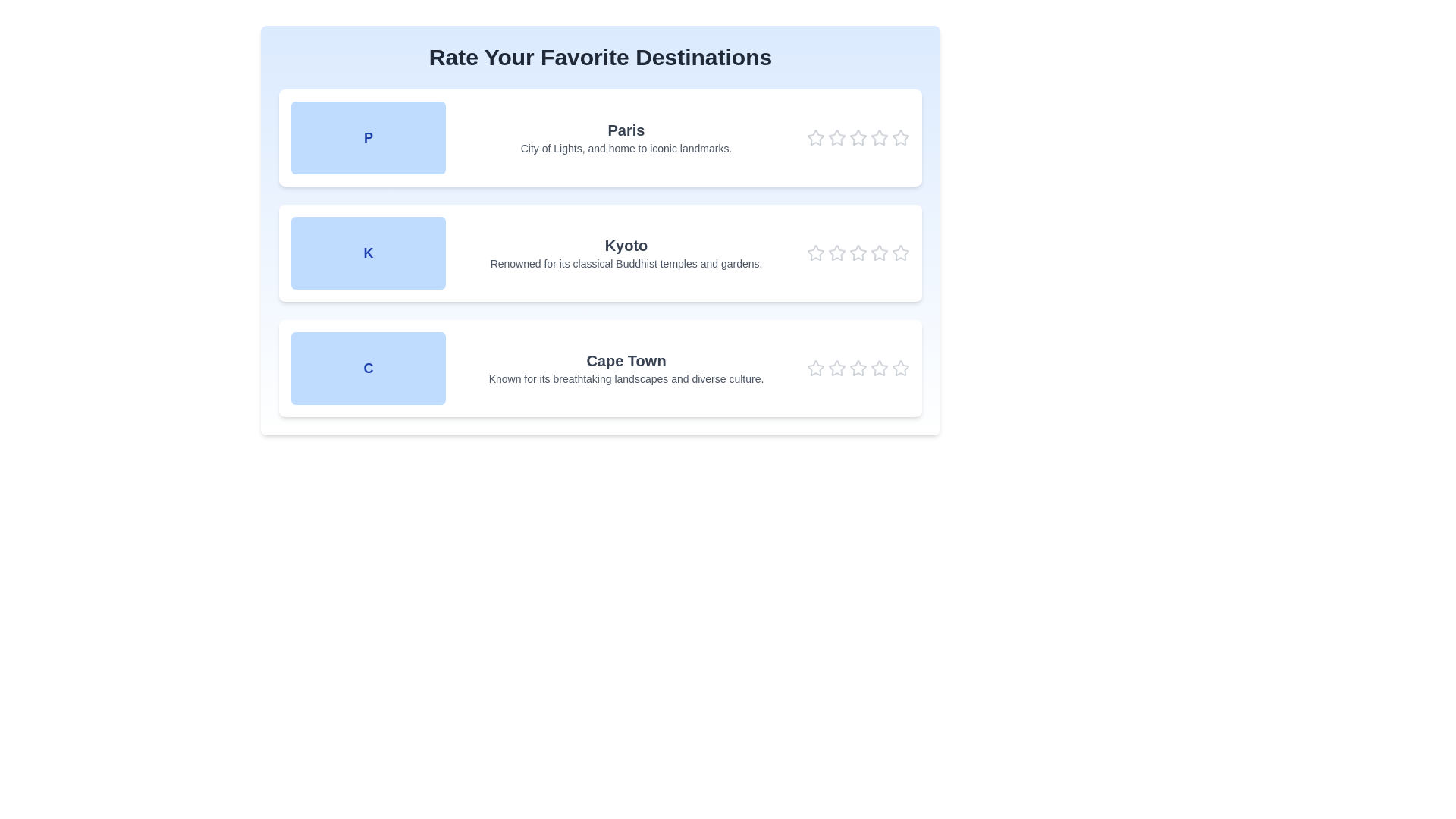 The image size is (1456, 819). What do you see at coordinates (880, 137) in the screenshot?
I see `the fourth star in the rating component for 'Paris'` at bounding box center [880, 137].